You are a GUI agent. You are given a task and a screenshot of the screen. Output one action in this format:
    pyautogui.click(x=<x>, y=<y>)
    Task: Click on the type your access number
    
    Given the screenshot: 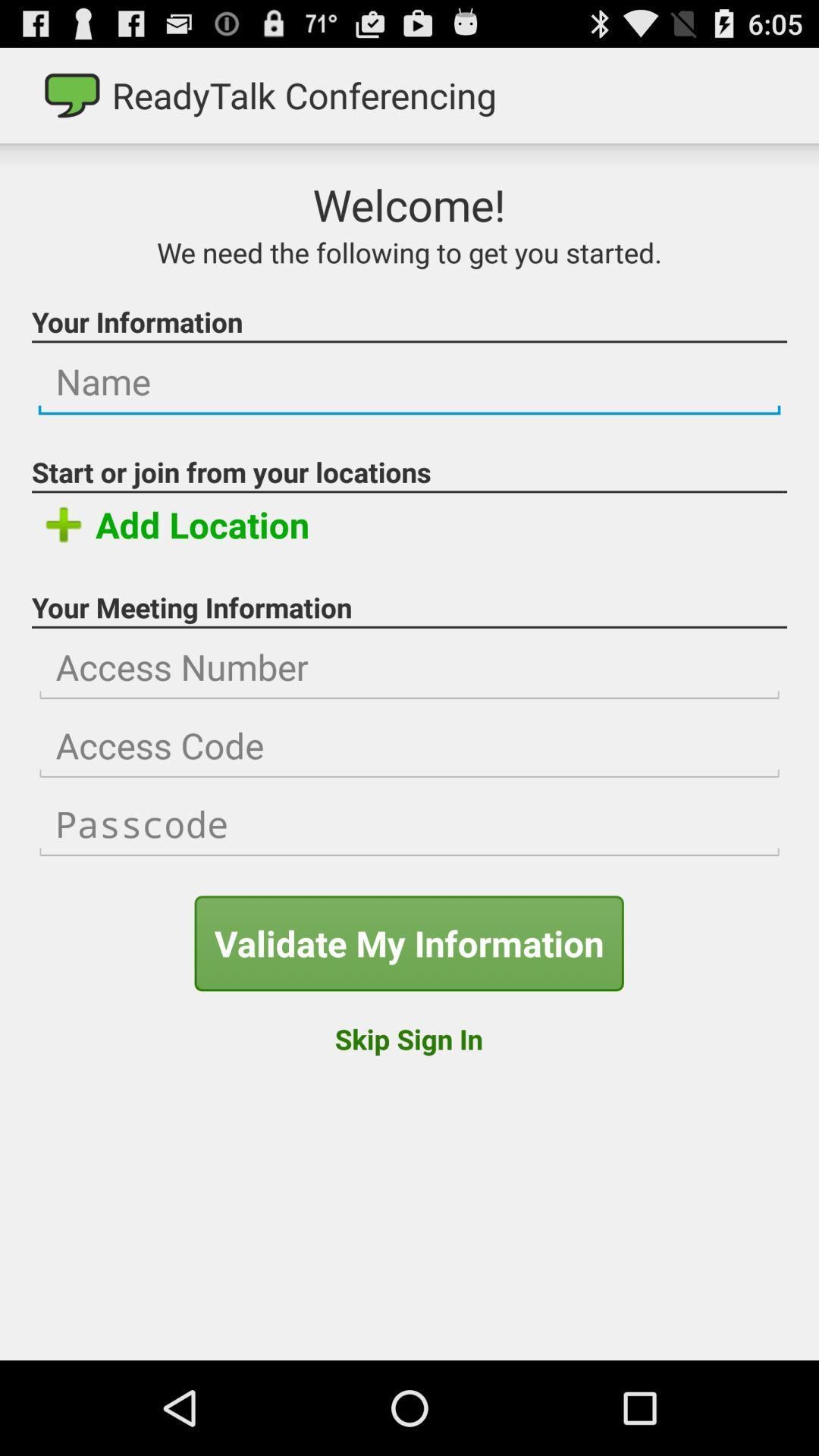 What is the action you would take?
    pyautogui.click(x=409, y=667)
    